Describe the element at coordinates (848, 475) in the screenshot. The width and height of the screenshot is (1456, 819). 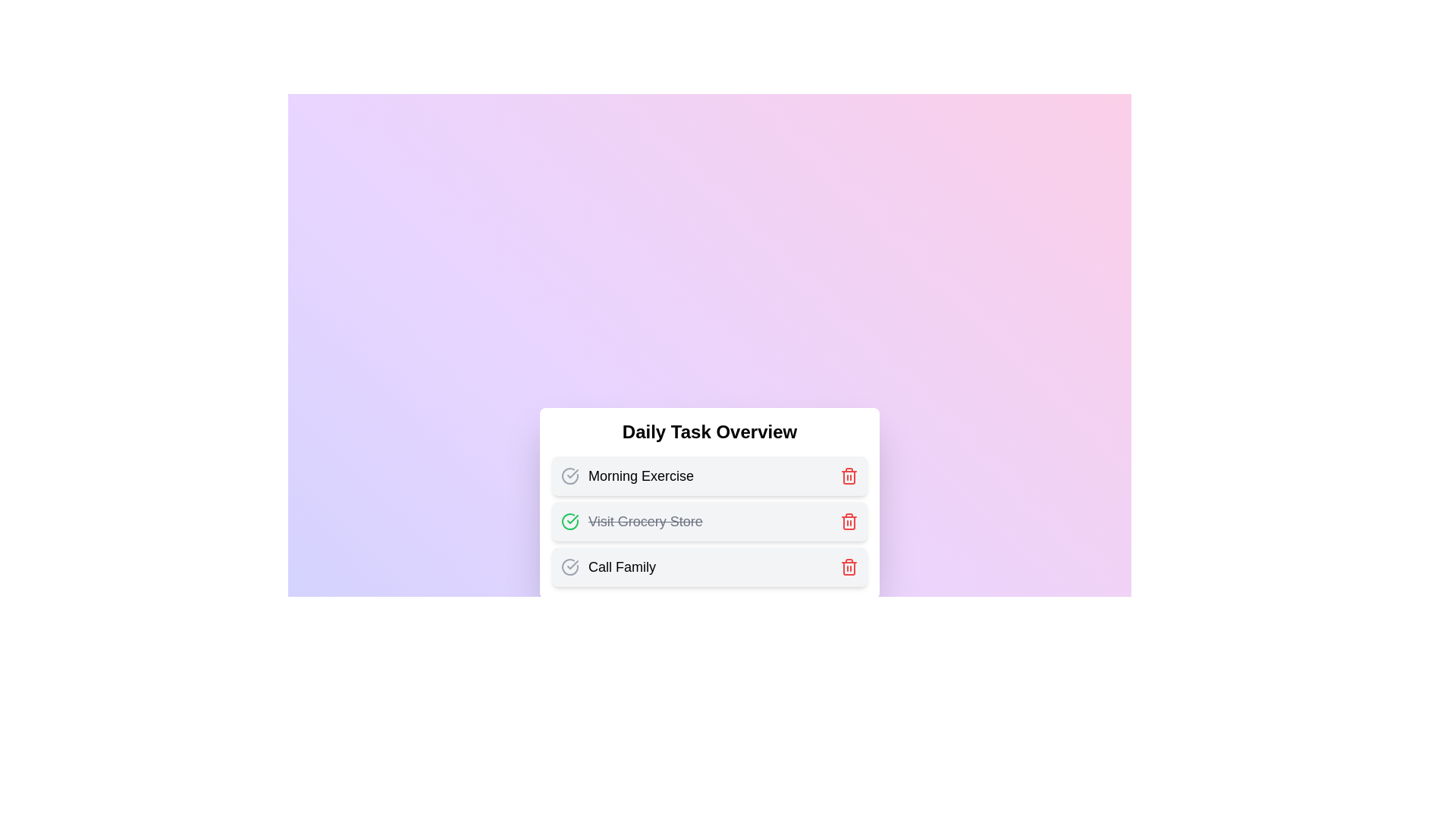
I see `the trash icon to delete the task Morning Exercise` at that location.